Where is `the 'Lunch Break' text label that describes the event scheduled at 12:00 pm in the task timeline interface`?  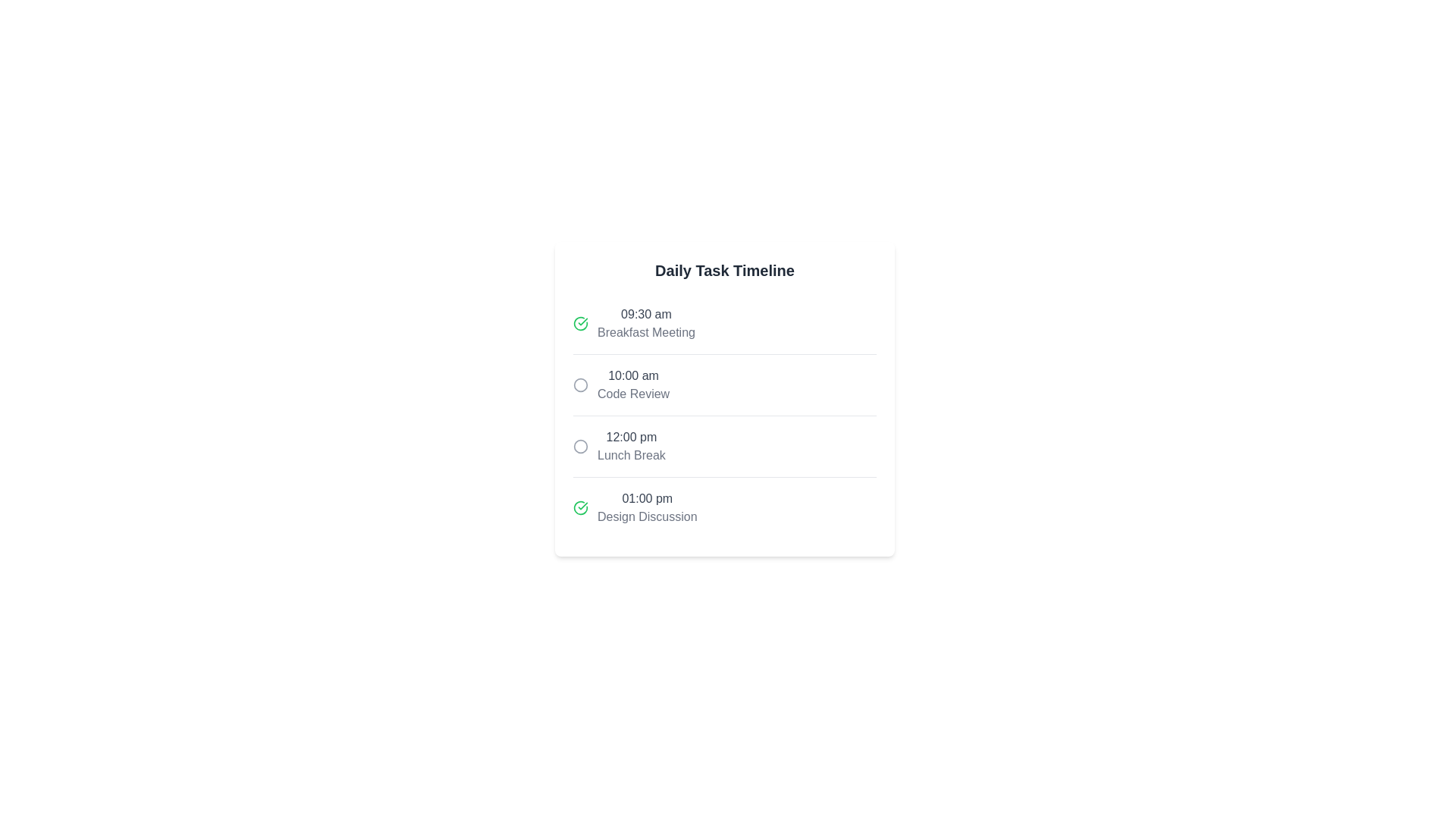 the 'Lunch Break' text label that describes the event scheduled at 12:00 pm in the task timeline interface is located at coordinates (631, 455).